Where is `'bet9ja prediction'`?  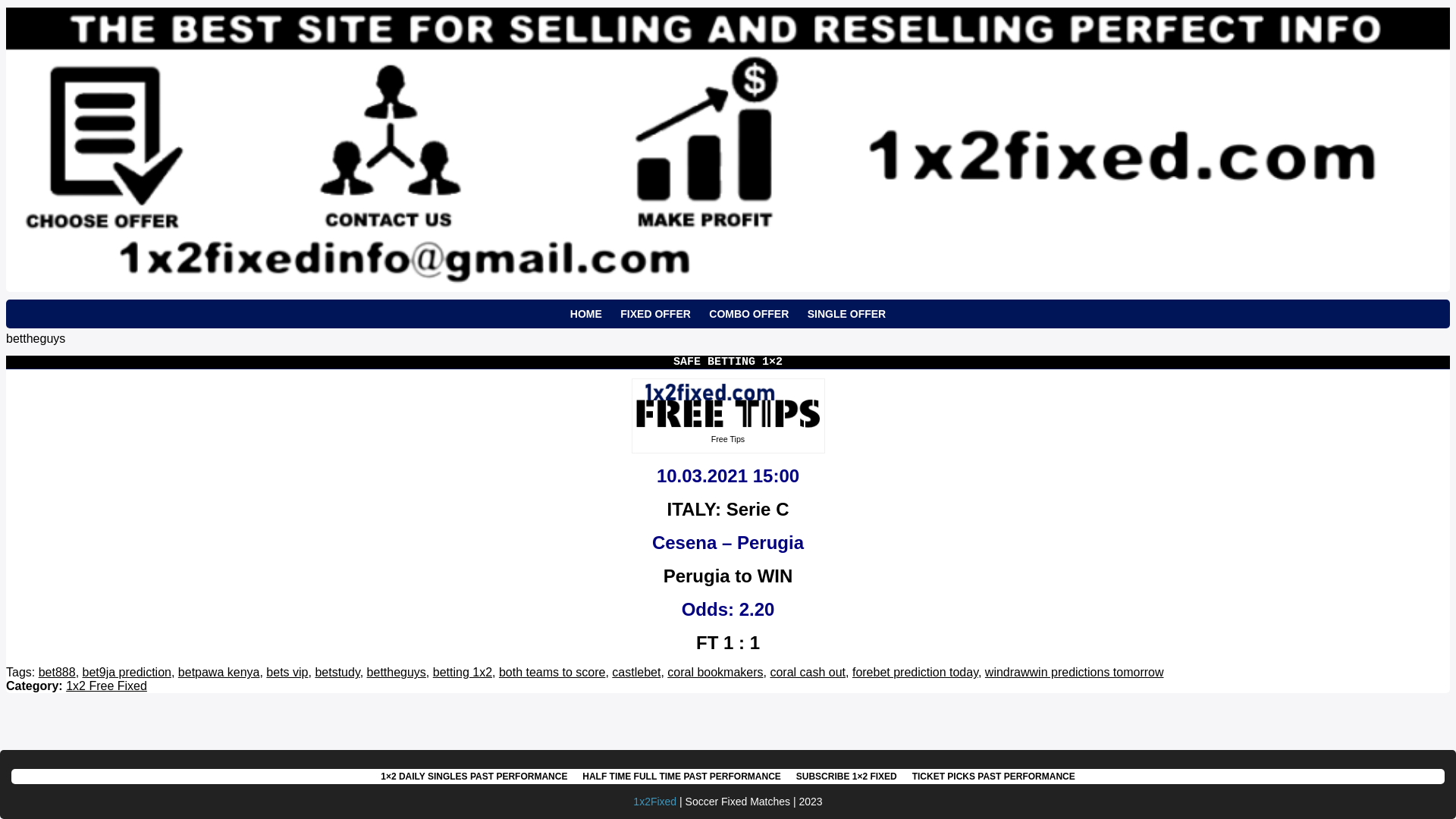 'bet9ja prediction' is located at coordinates (127, 671).